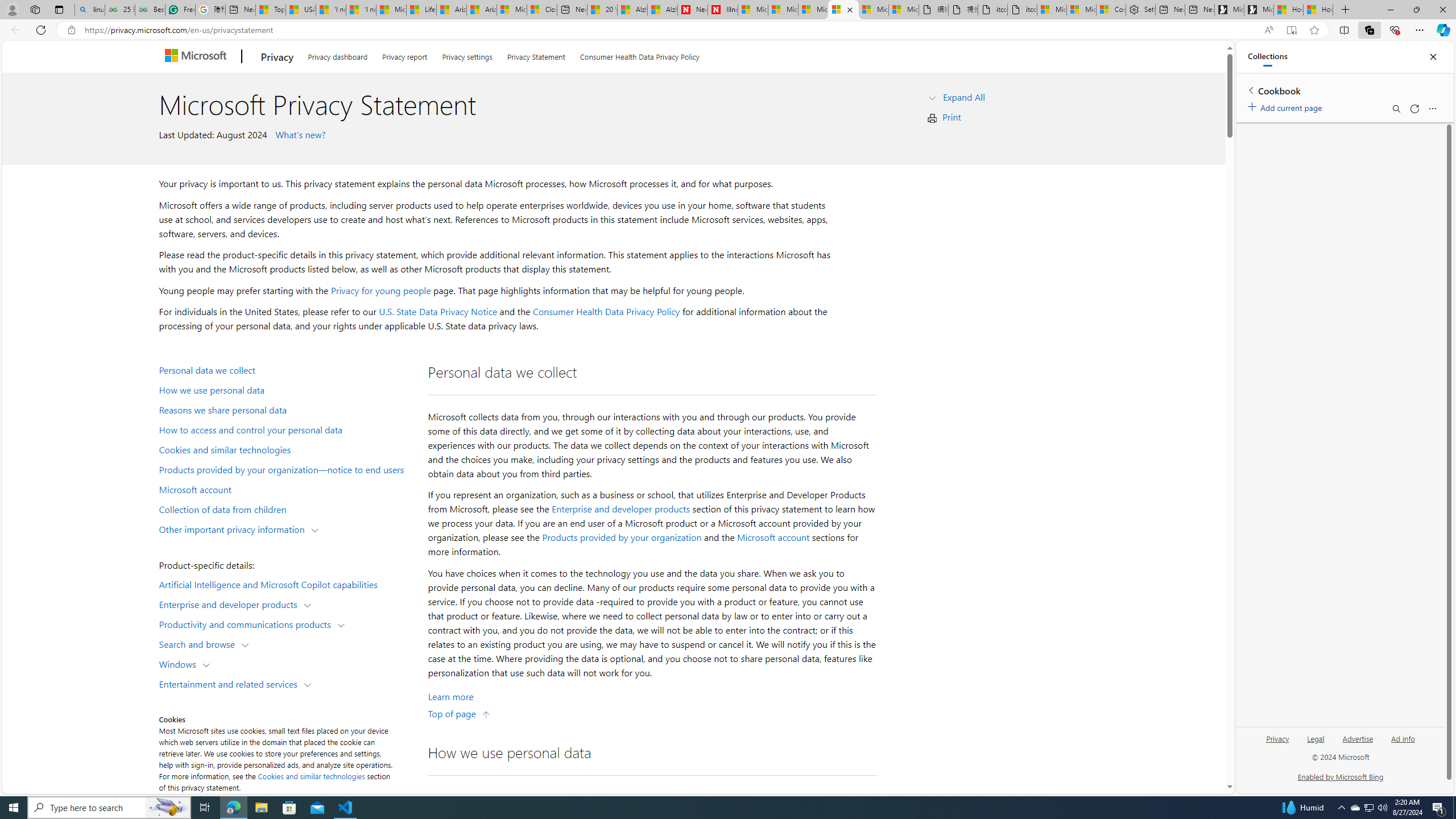  Describe the element at coordinates (1022, 9) in the screenshot. I see `'itconcepthk.com/projector_solutions.mp4'` at that location.